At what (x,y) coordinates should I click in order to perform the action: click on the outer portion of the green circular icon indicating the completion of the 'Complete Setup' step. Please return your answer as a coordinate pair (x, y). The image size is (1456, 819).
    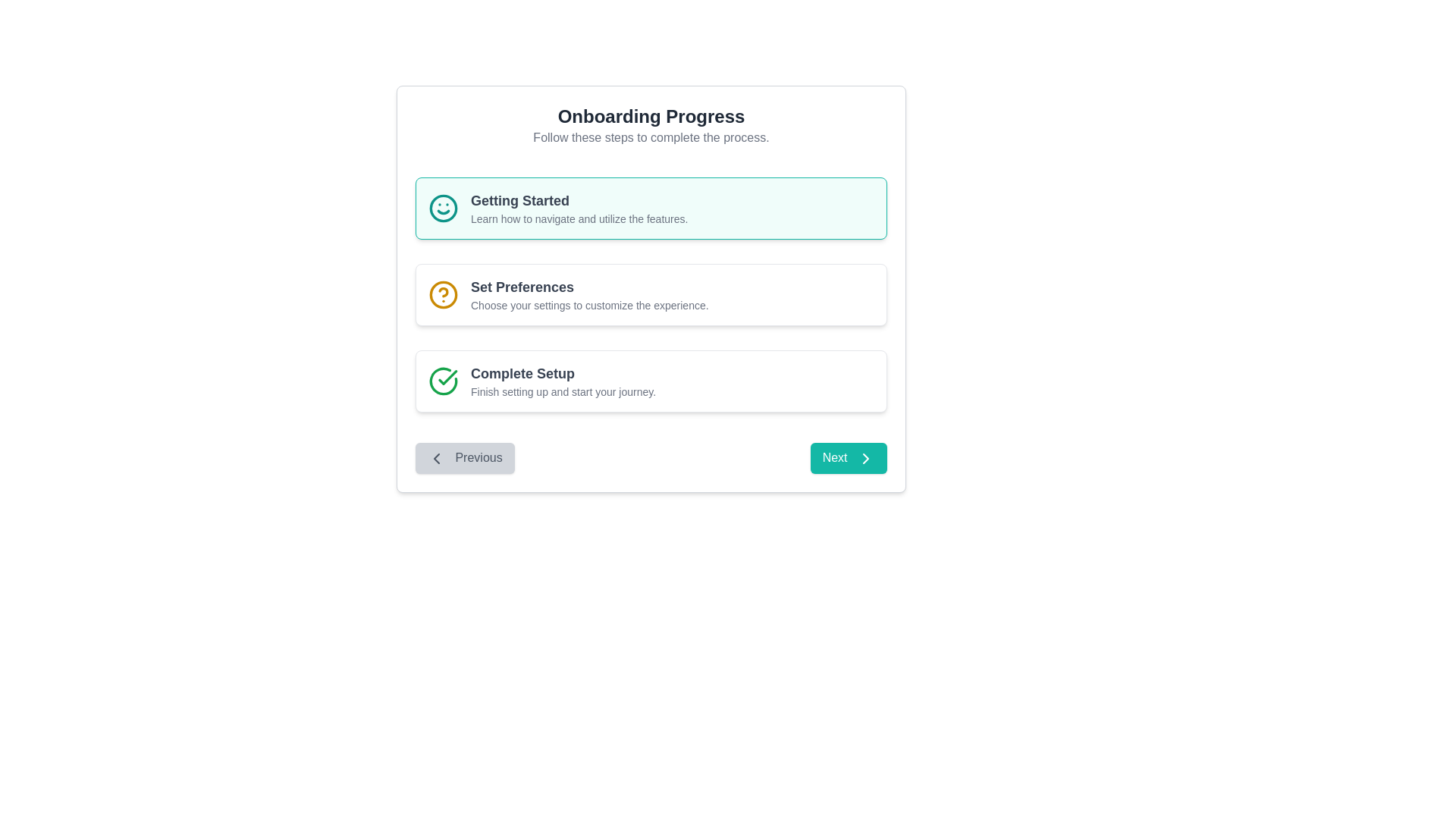
    Looking at the image, I should click on (443, 380).